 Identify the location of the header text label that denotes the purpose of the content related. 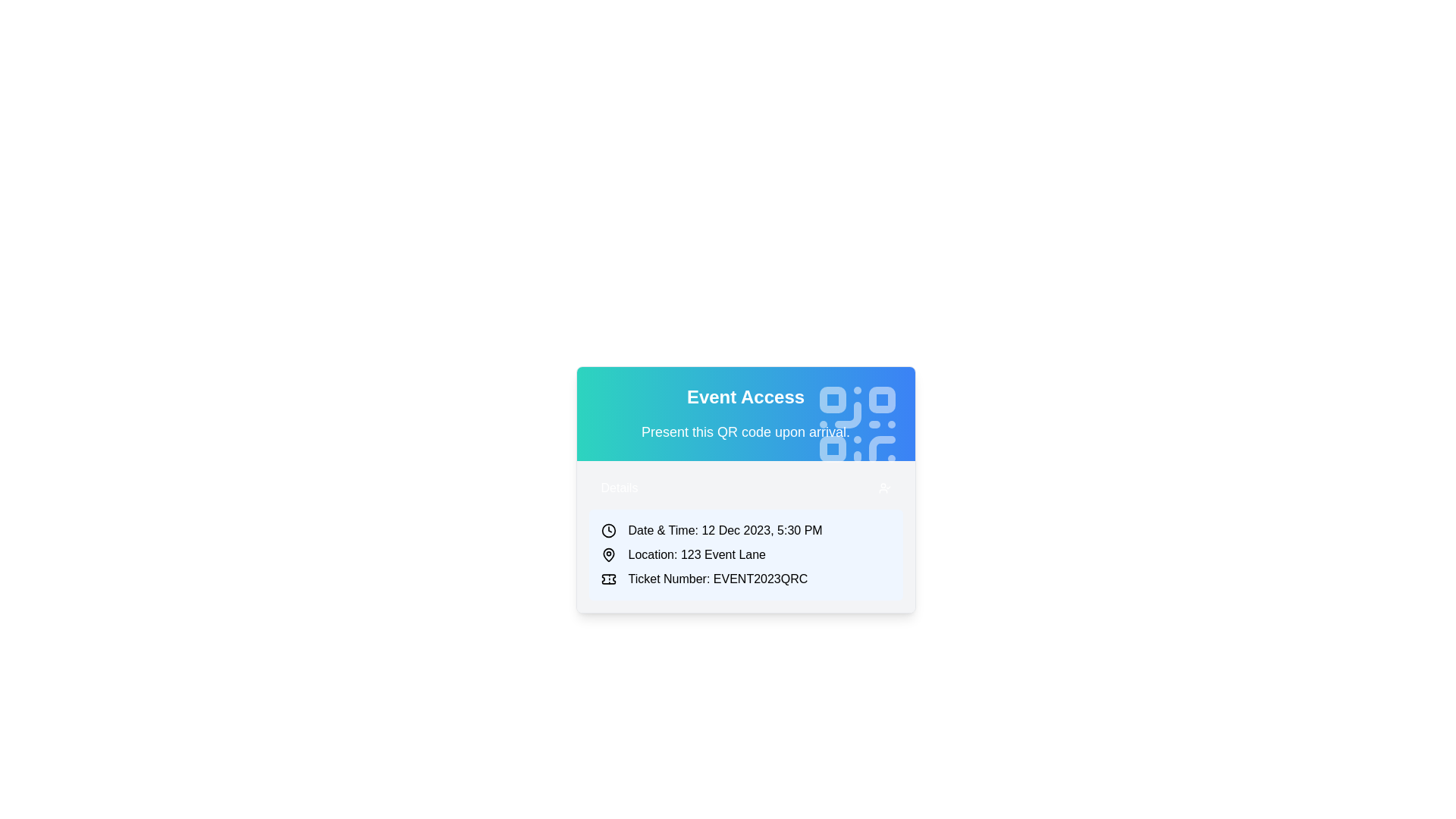
(745, 397).